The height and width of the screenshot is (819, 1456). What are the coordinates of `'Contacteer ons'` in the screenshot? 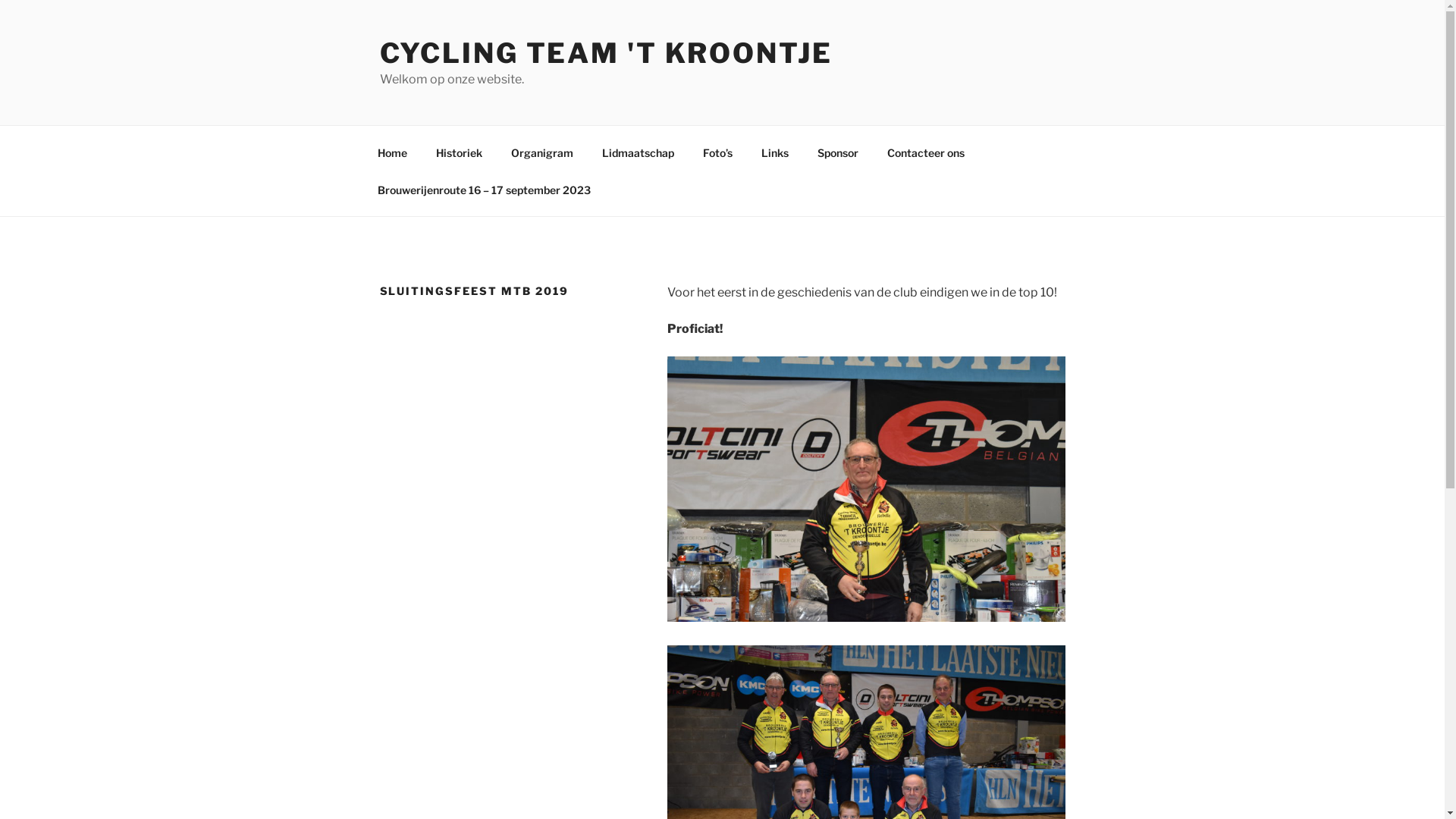 It's located at (924, 152).